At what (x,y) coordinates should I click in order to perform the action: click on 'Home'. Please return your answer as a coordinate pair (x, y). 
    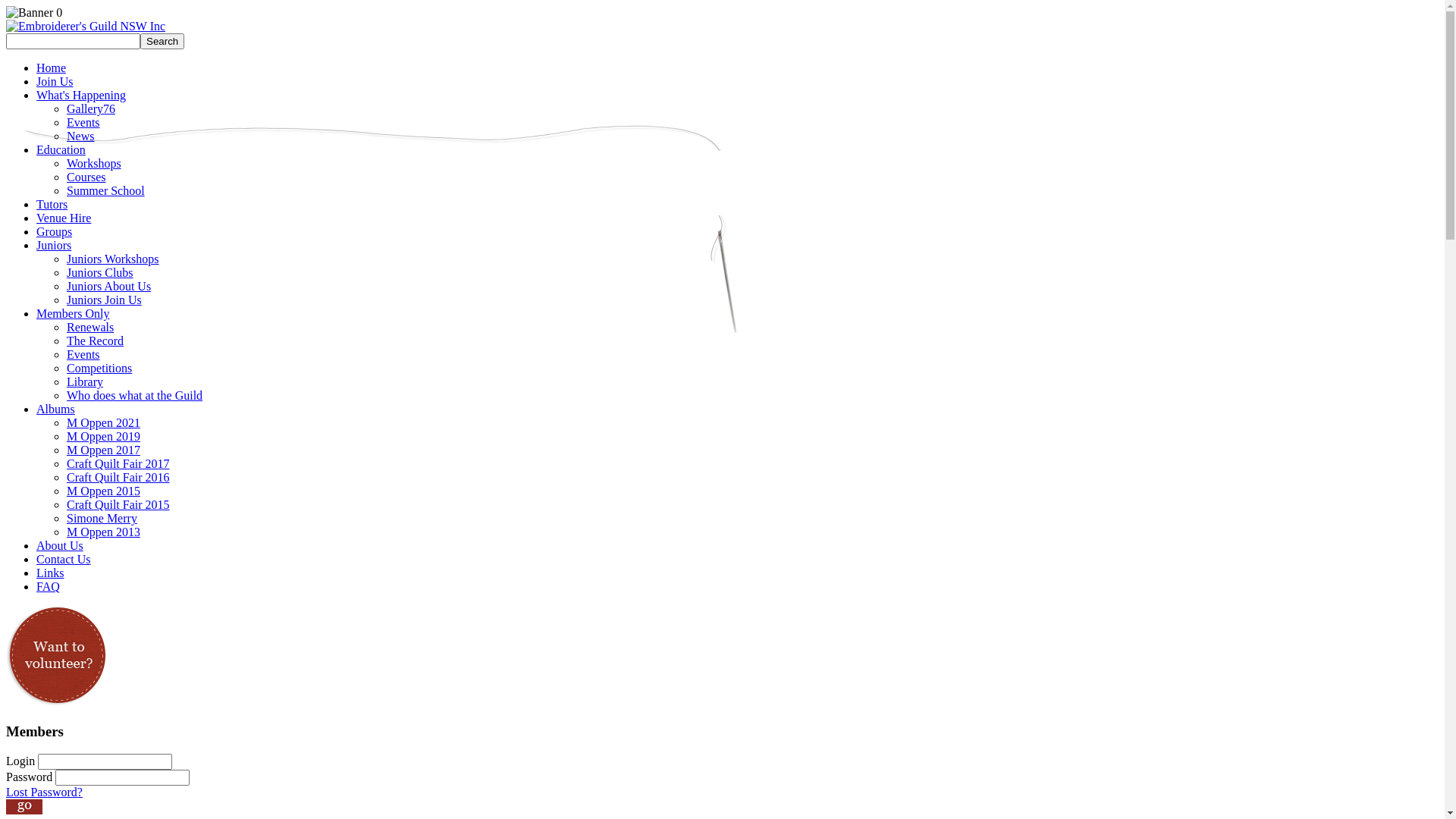
    Looking at the image, I should click on (51, 67).